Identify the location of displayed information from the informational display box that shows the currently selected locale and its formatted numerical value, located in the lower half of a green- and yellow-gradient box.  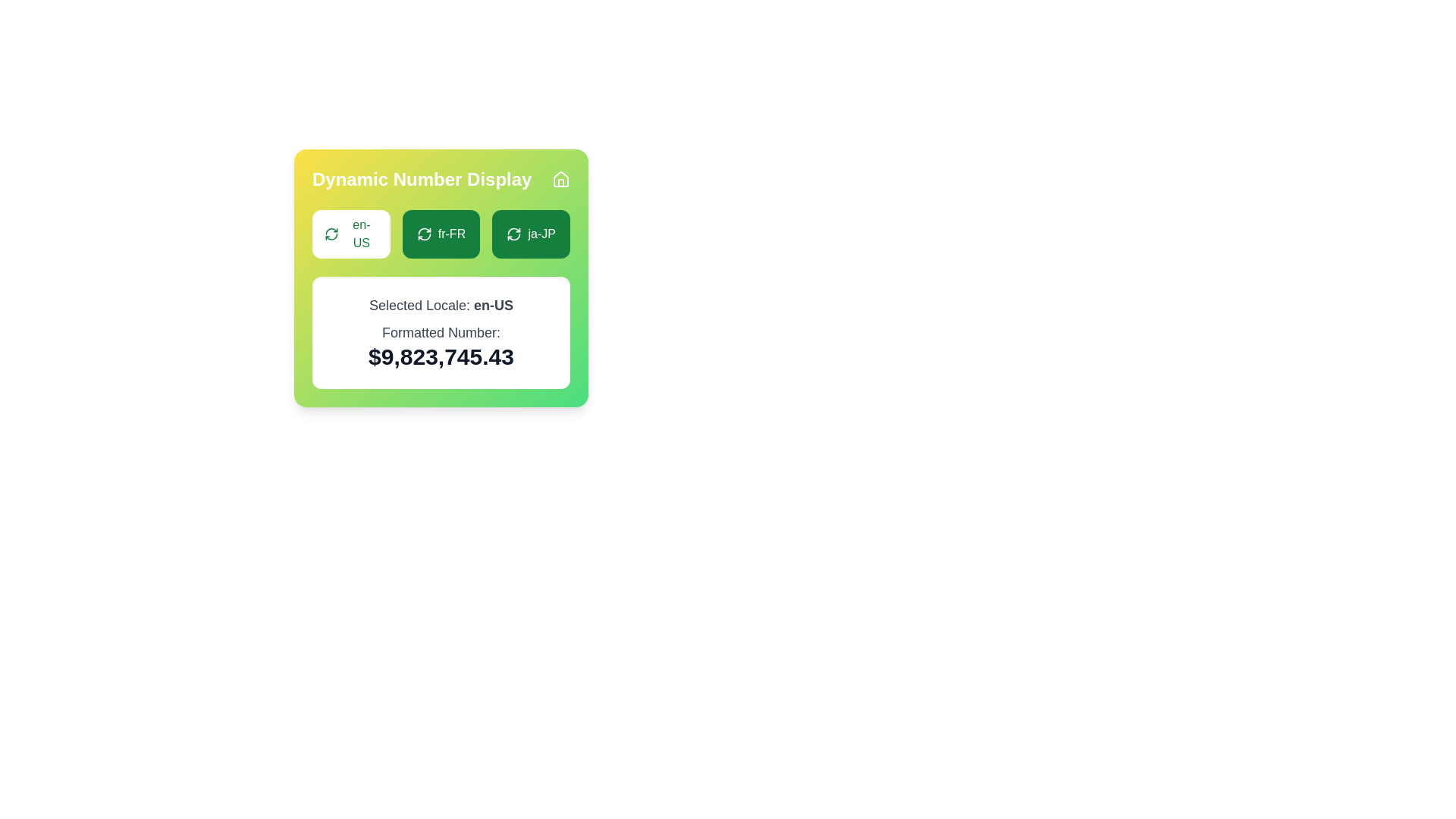
(440, 286).